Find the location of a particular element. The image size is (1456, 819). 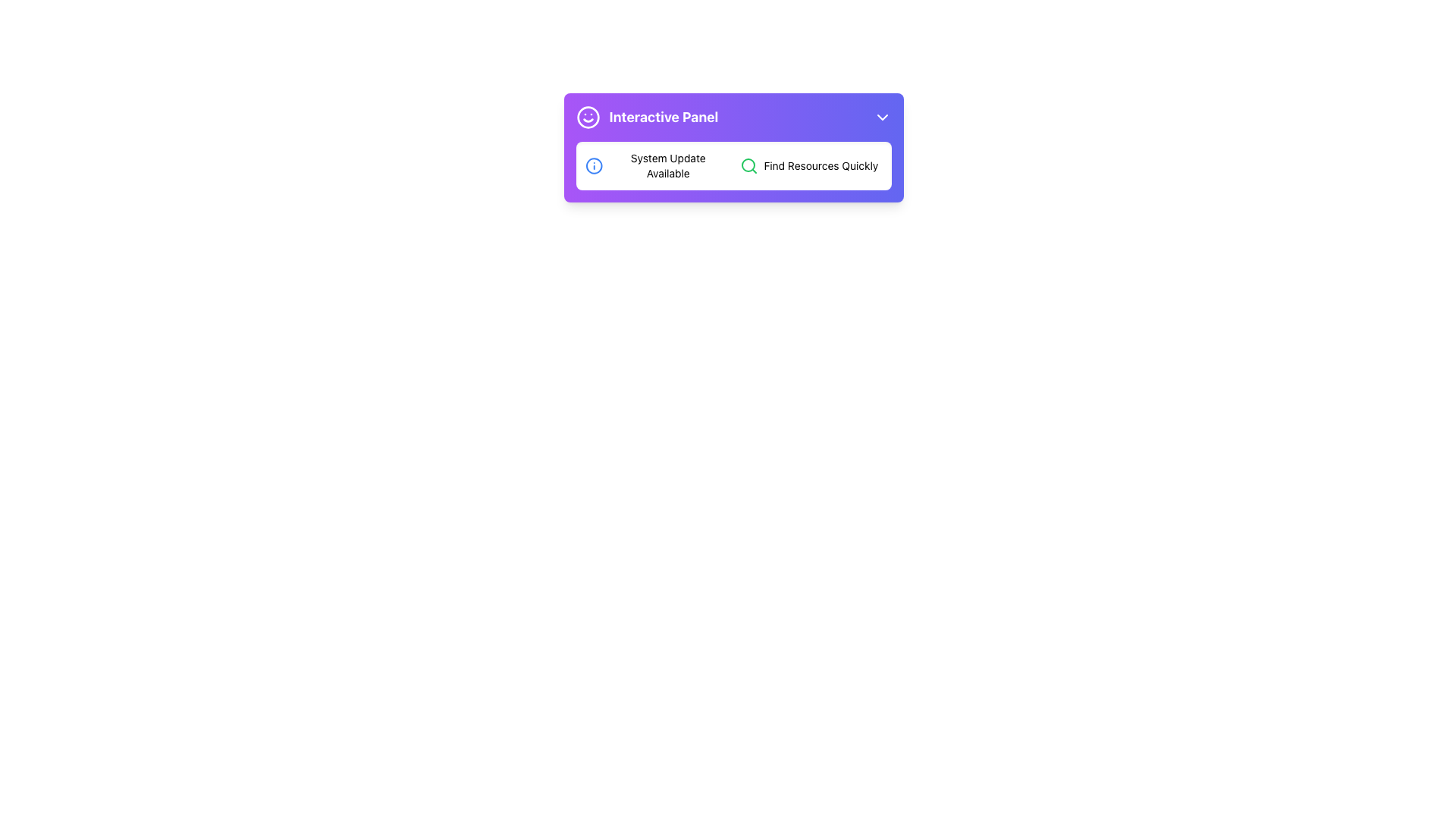

the outer circular boundary of the SVG icon located at the top-left section of the interactive panel, which enhances the user experience by visually associating with the panel's purpose or action is located at coordinates (593, 166).